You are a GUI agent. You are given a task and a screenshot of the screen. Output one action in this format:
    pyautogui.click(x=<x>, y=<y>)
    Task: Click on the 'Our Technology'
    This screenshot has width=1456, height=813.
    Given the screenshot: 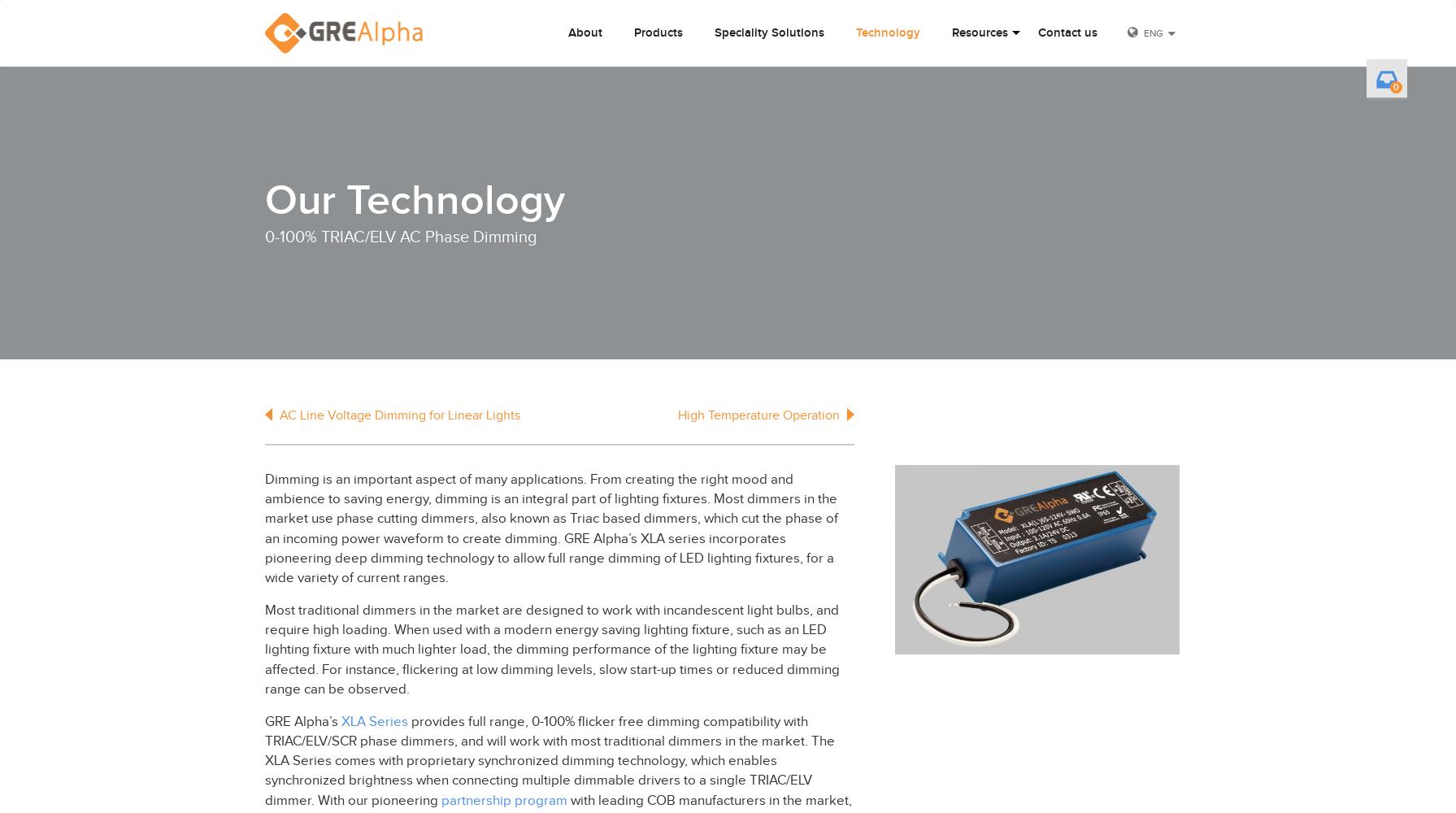 What is the action you would take?
    pyautogui.click(x=414, y=199)
    